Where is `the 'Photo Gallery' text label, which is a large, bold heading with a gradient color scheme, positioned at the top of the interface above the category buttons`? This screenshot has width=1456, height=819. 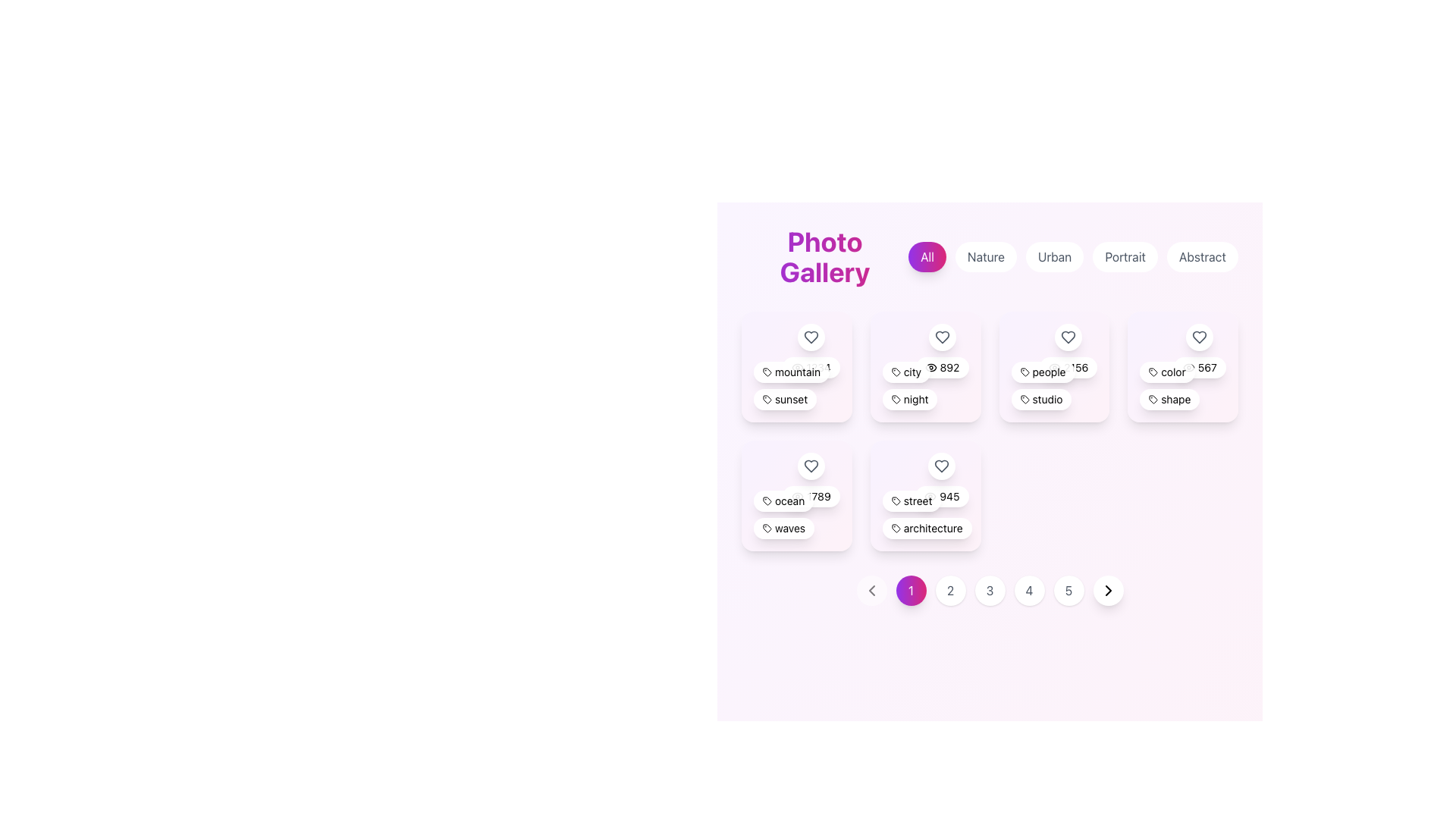 the 'Photo Gallery' text label, which is a large, bold heading with a gradient color scheme, positioned at the top of the interface above the category buttons is located at coordinates (824, 256).